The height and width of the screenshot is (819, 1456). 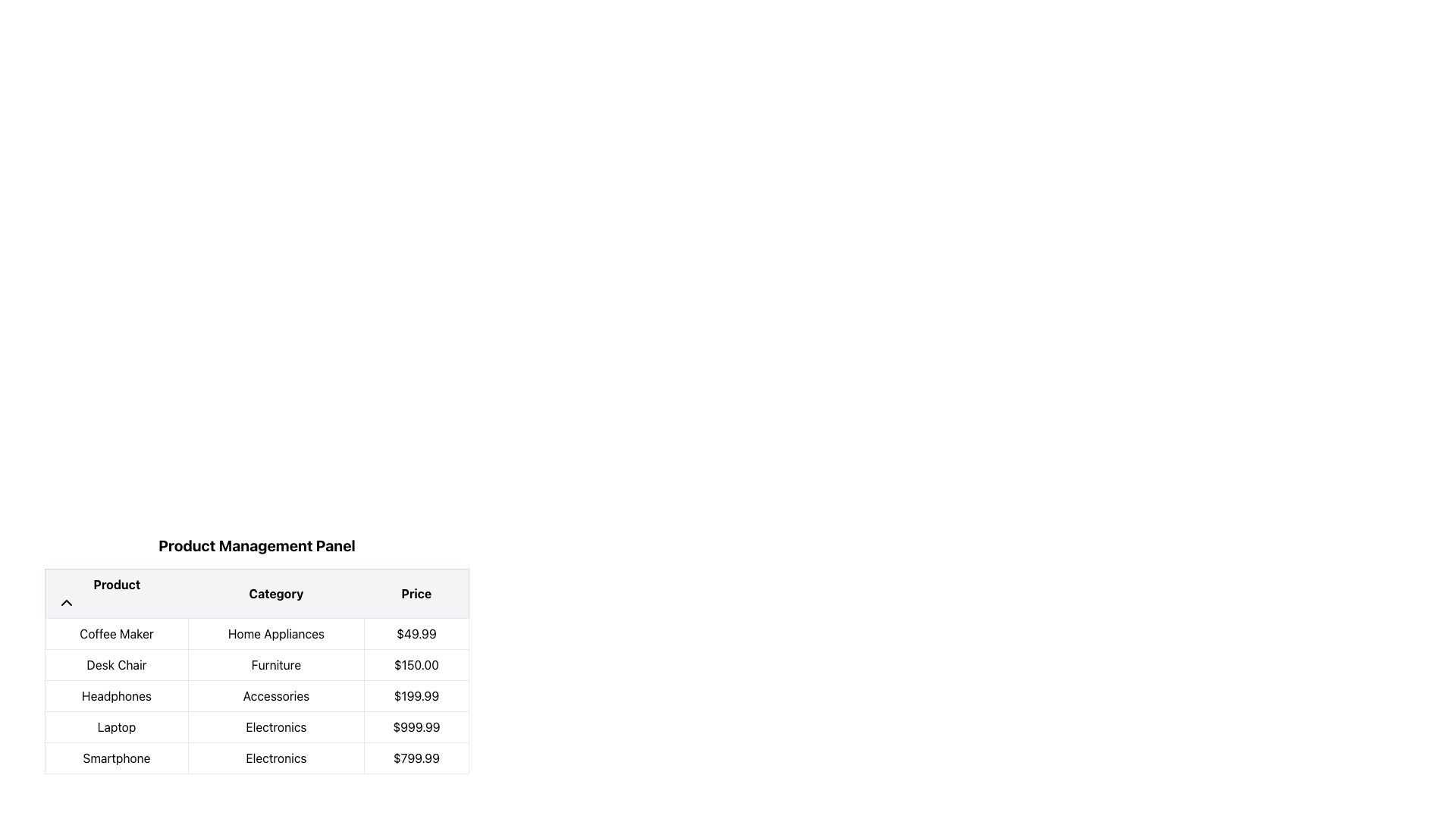 What do you see at coordinates (416, 664) in the screenshot?
I see `the static text display cell that shows the price '$150.00', which is centered in the third column of the second row of the table labeled 'Price'` at bounding box center [416, 664].